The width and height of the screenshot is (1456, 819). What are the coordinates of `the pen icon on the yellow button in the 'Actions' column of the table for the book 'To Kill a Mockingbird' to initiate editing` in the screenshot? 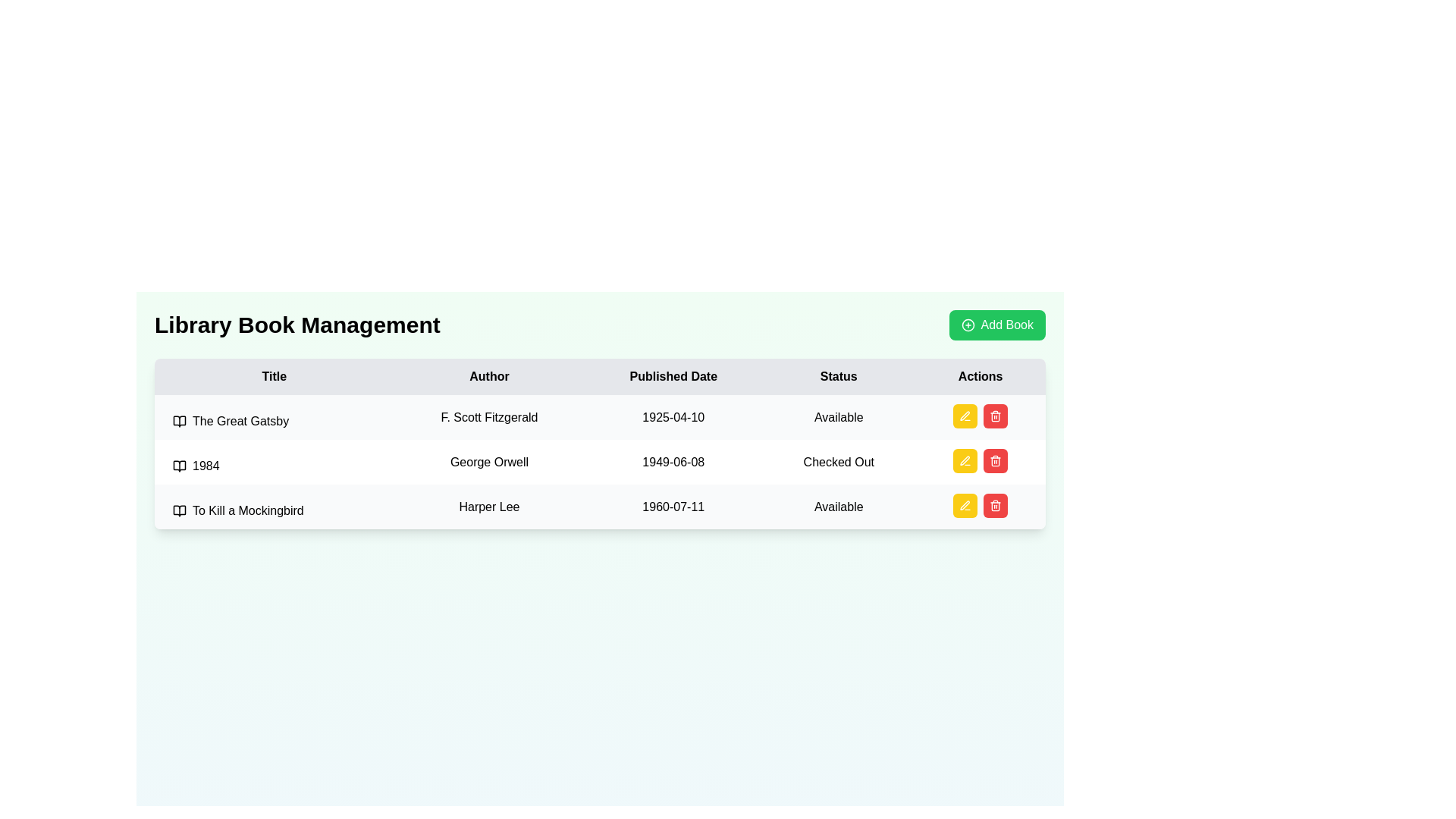 It's located at (965, 506).